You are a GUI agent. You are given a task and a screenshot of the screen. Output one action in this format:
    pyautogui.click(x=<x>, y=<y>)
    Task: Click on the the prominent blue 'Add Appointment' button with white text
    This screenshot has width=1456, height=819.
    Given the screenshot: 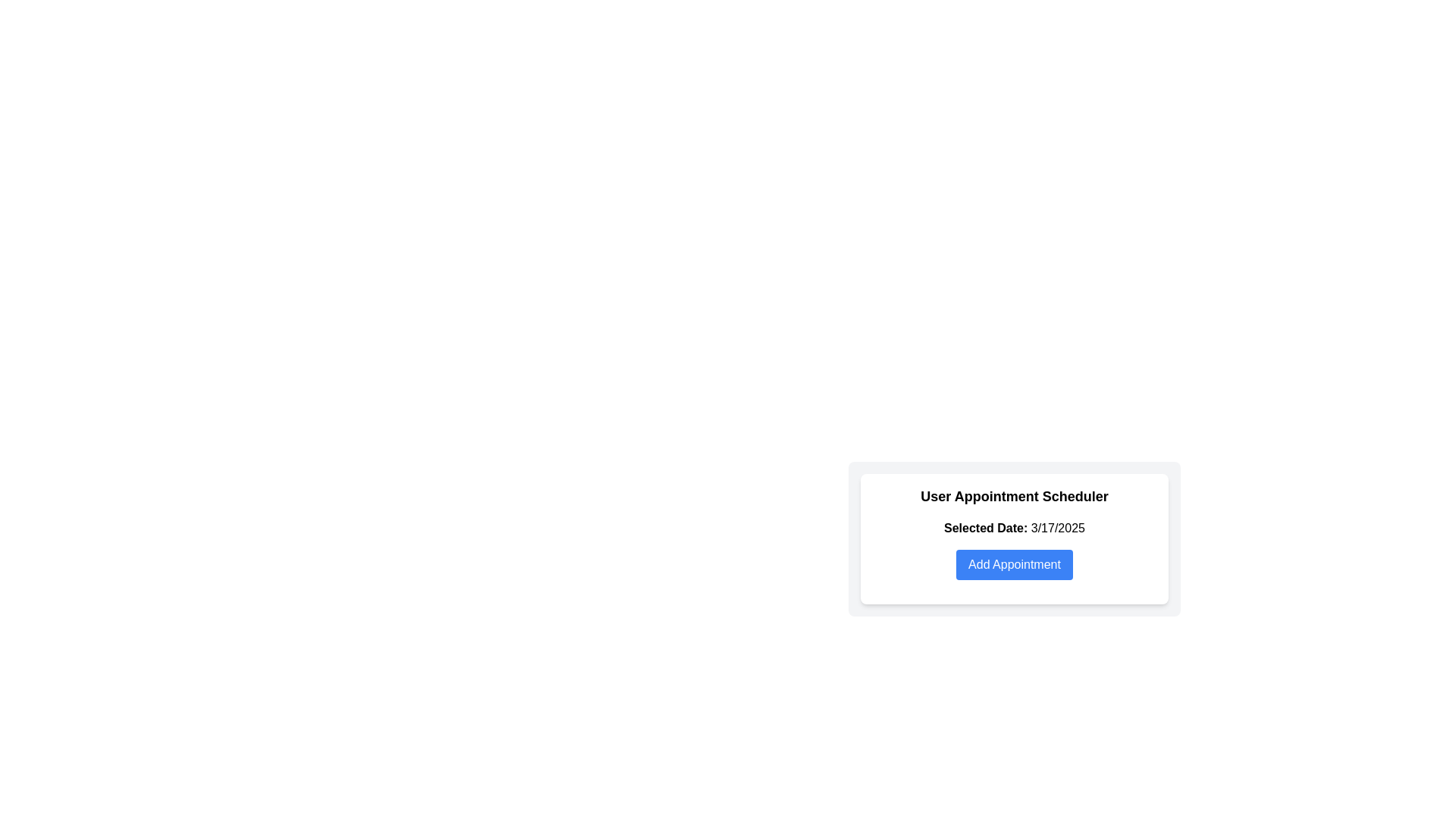 What is the action you would take?
    pyautogui.click(x=1015, y=564)
    